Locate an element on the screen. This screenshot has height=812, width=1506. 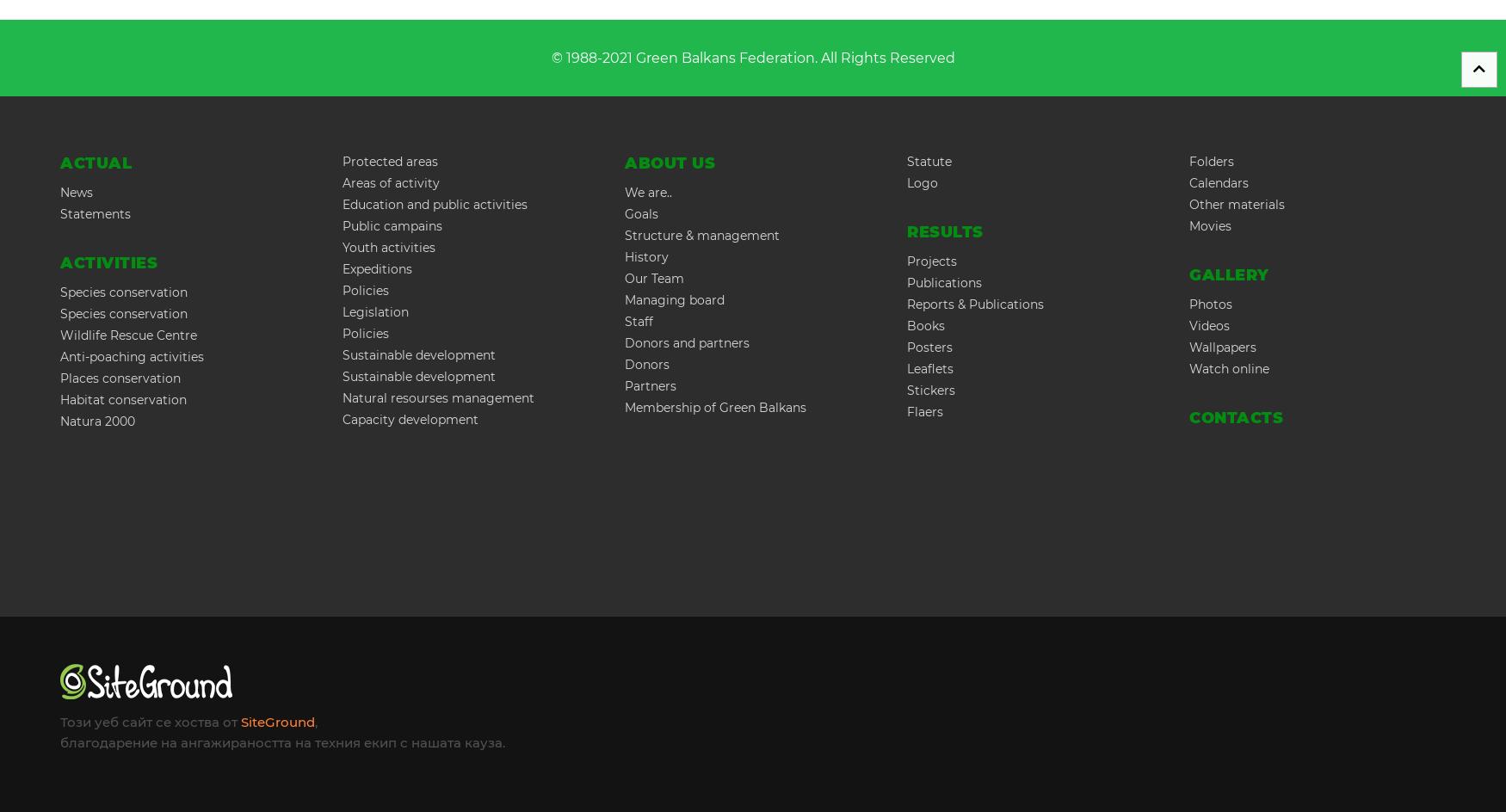
'Statements' is located at coordinates (60, 214).